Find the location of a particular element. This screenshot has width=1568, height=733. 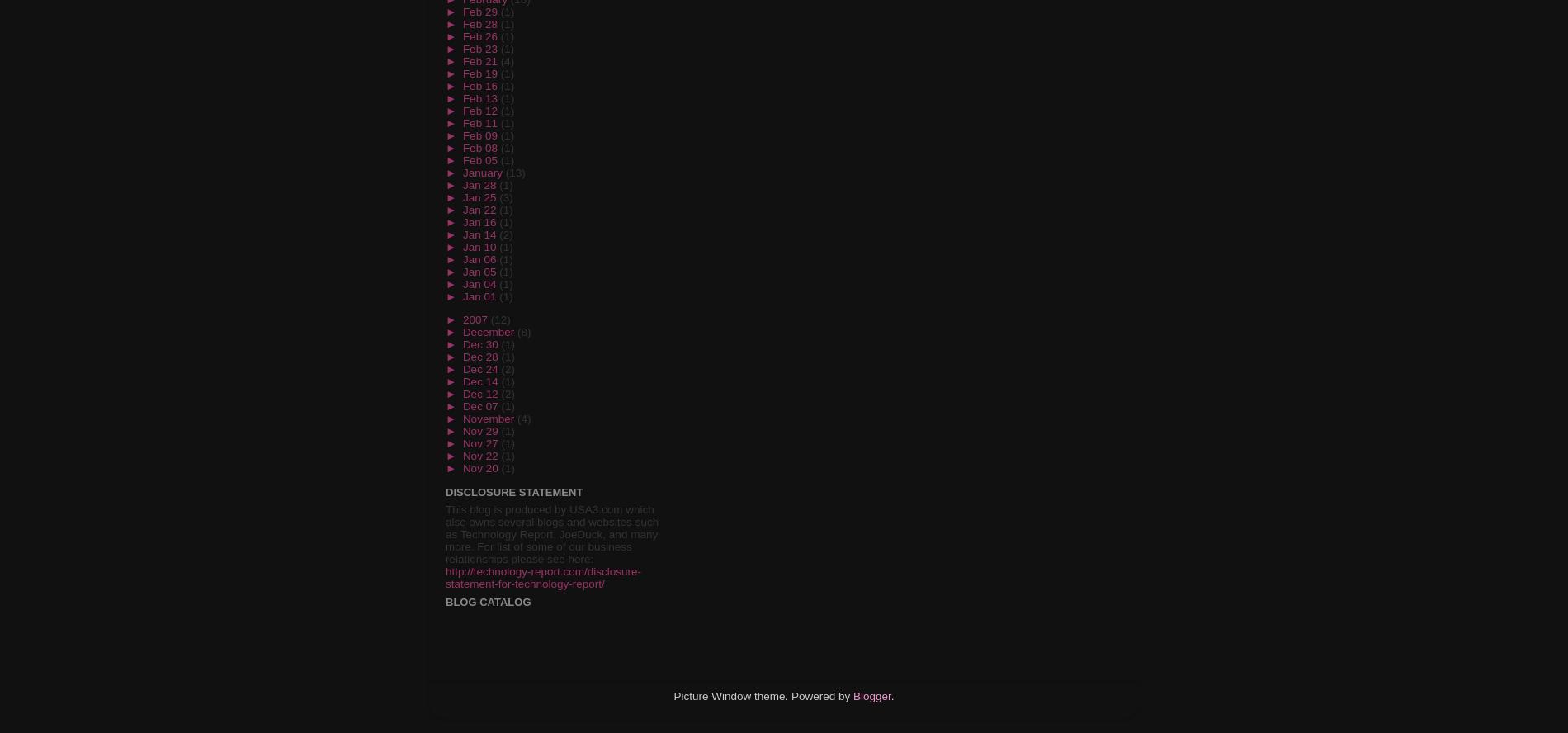

'Picture Window theme. Powered by' is located at coordinates (762, 695).